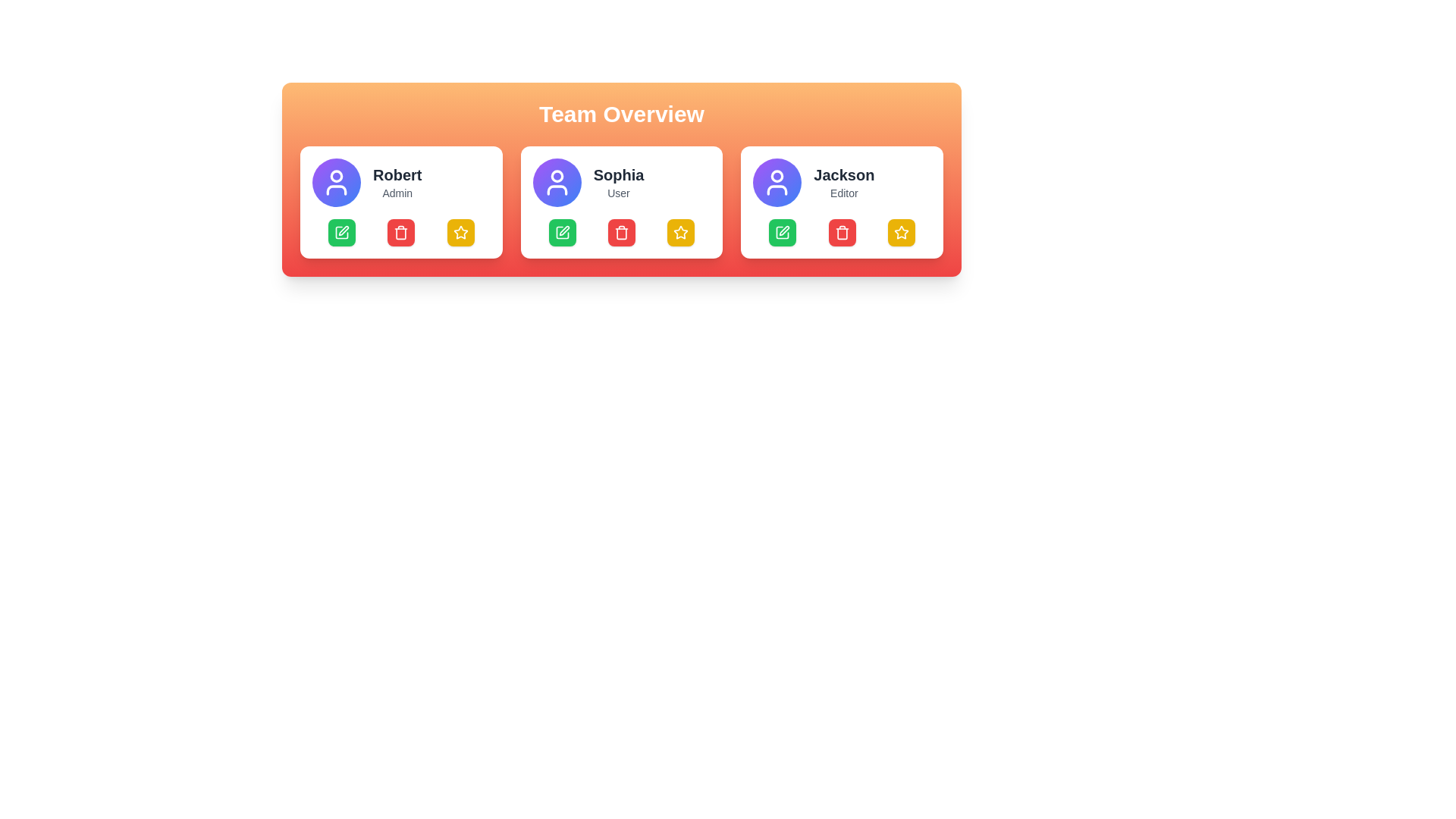  What do you see at coordinates (460, 233) in the screenshot?
I see `the star icon button located in the bottom-right corner of the user card labeled 'Robert' in the 'Team Overview' section` at bounding box center [460, 233].